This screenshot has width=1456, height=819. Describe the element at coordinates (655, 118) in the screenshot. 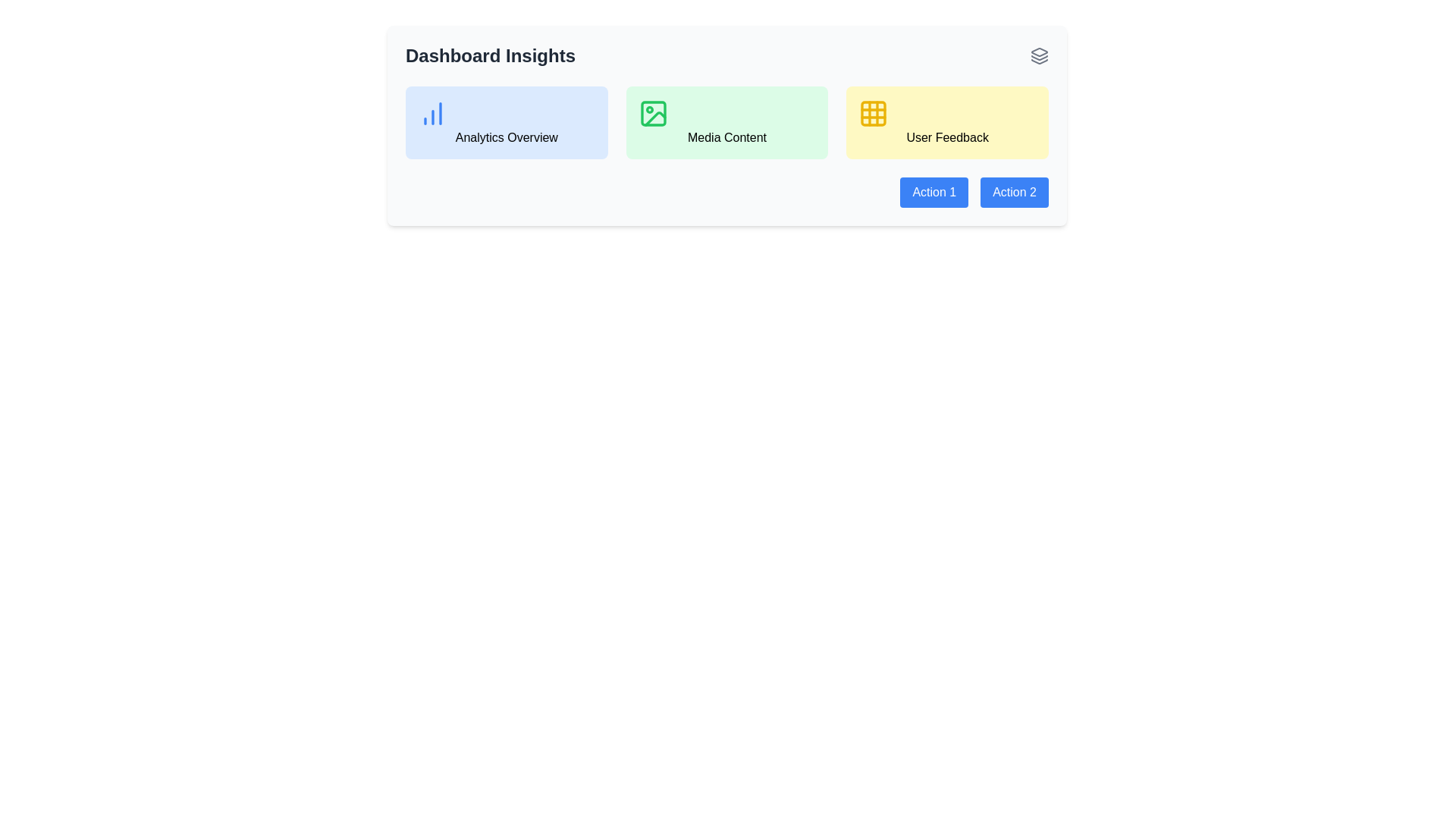

I see `the graphical icon representing media content within the 'Media Content' card to indirectly interact with this section` at that location.